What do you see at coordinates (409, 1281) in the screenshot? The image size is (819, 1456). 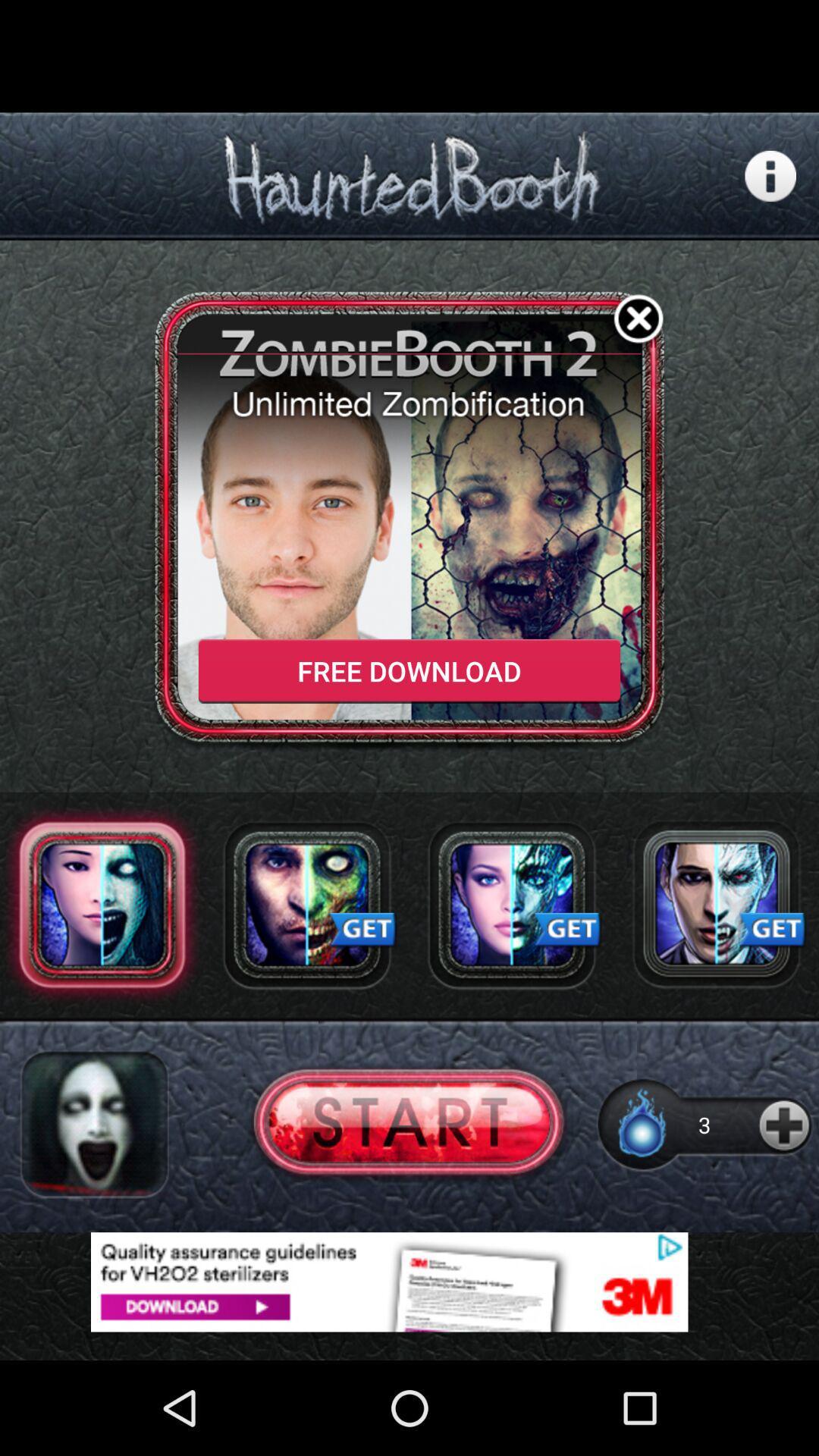 I see `advertisement bar` at bounding box center [409, 1281].